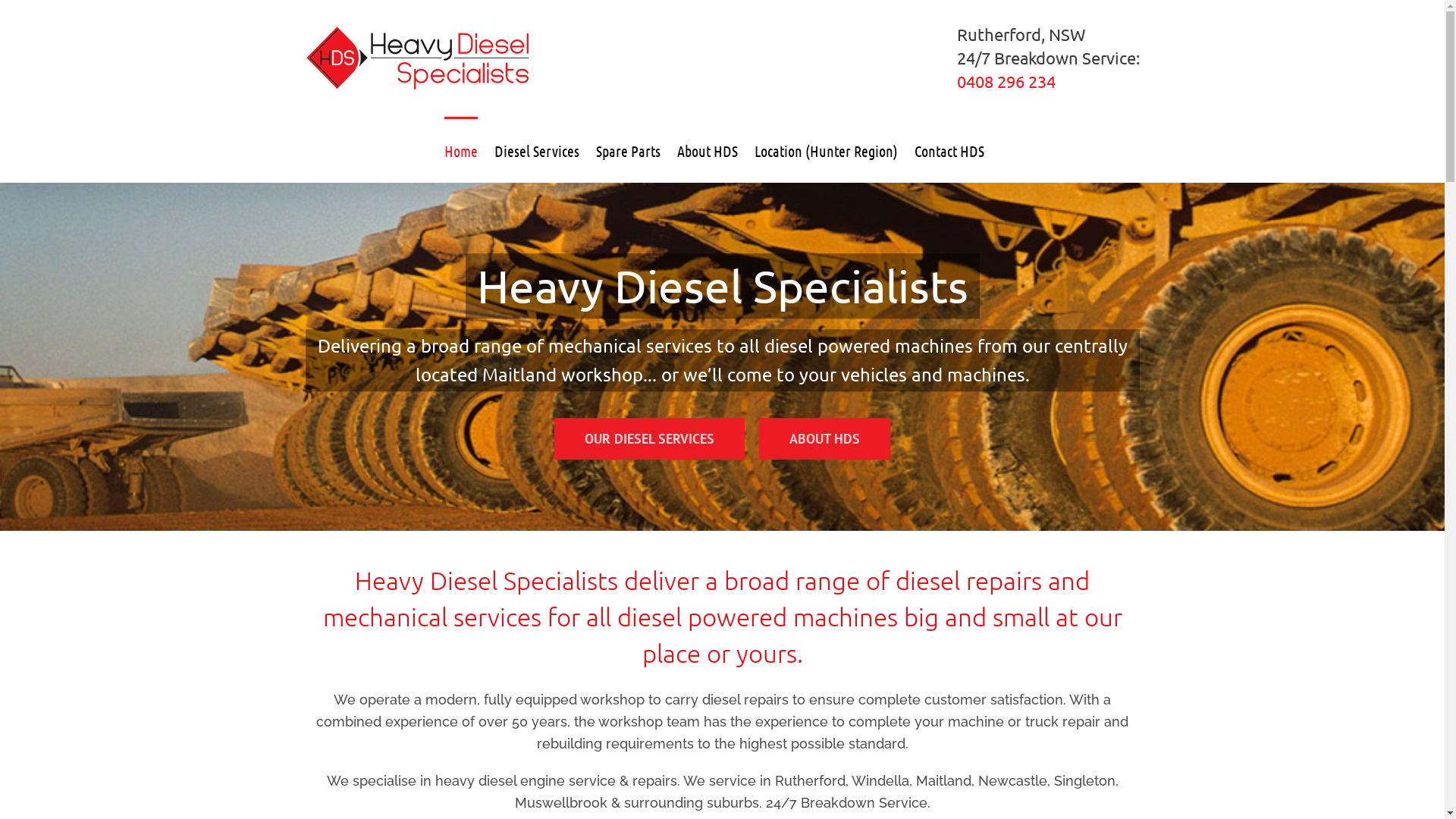  What do you see at coordinates (676, 149) in the screenshot?
I see `'About HDS'` at bounding box center [676, 149].